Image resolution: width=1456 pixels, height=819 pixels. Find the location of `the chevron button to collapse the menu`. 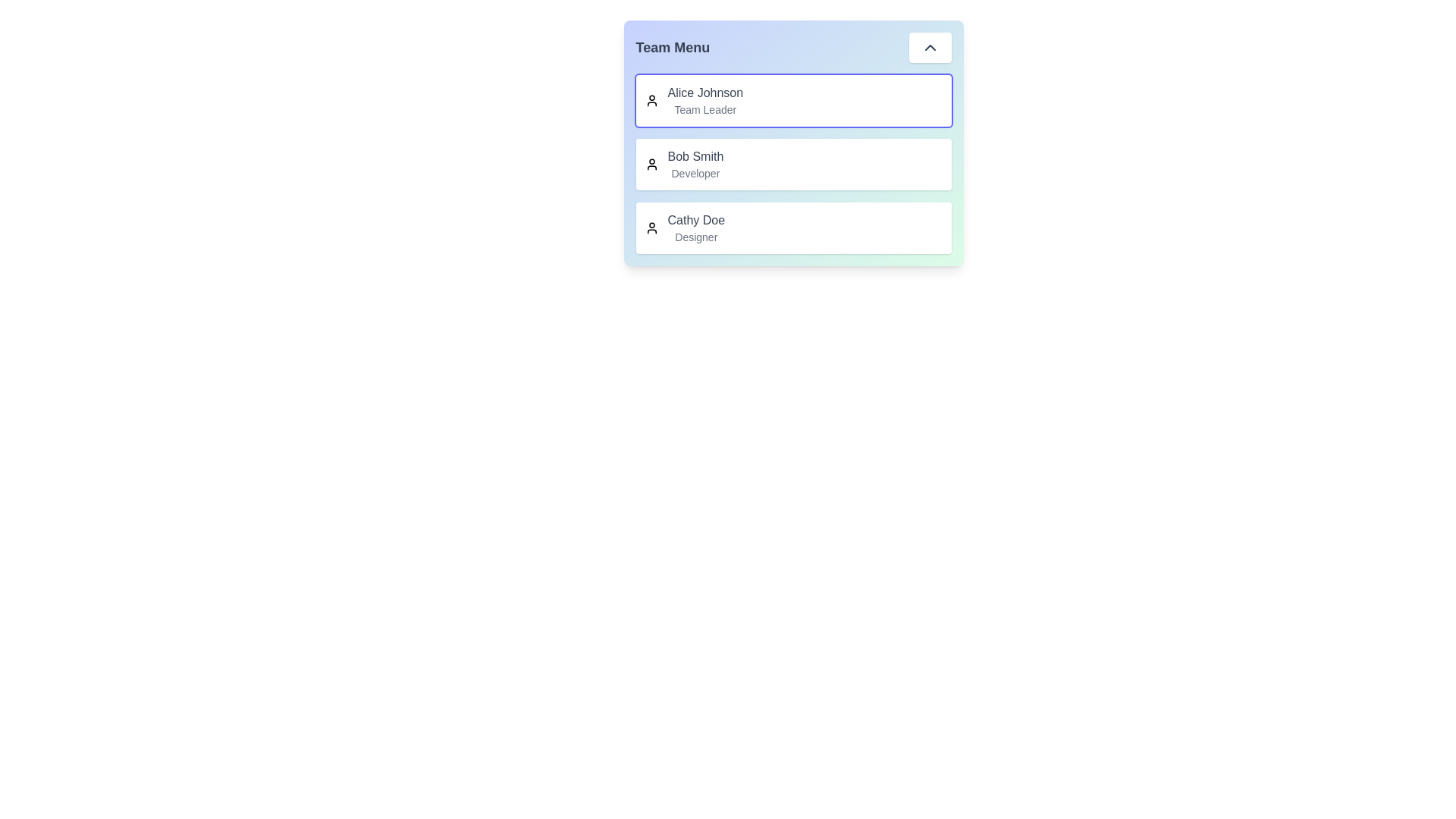

the chevron button to collapse the menu is located at coordinates (929, 46).